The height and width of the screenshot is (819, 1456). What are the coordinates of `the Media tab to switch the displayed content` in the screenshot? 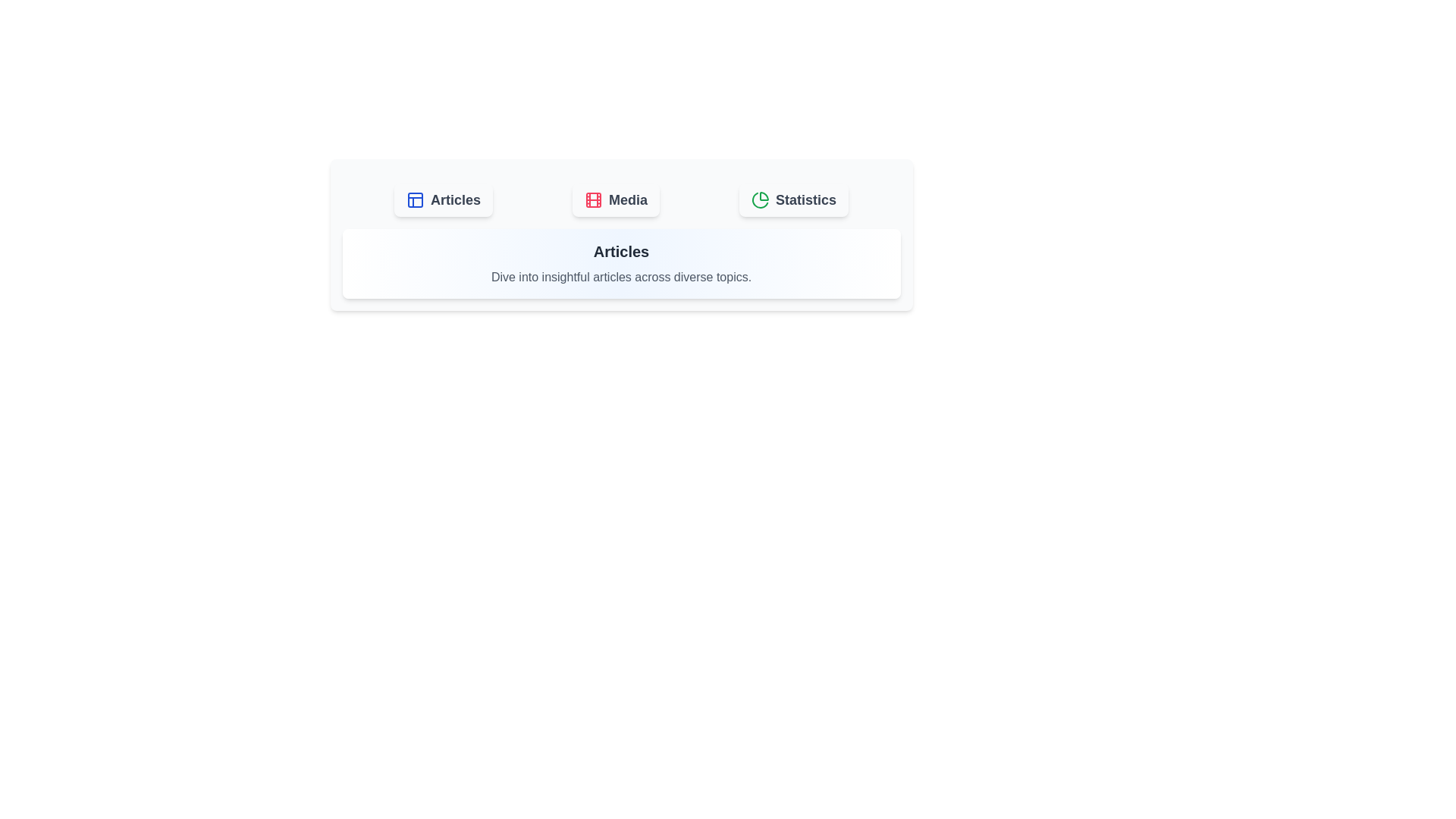 It's located at (616, 199).